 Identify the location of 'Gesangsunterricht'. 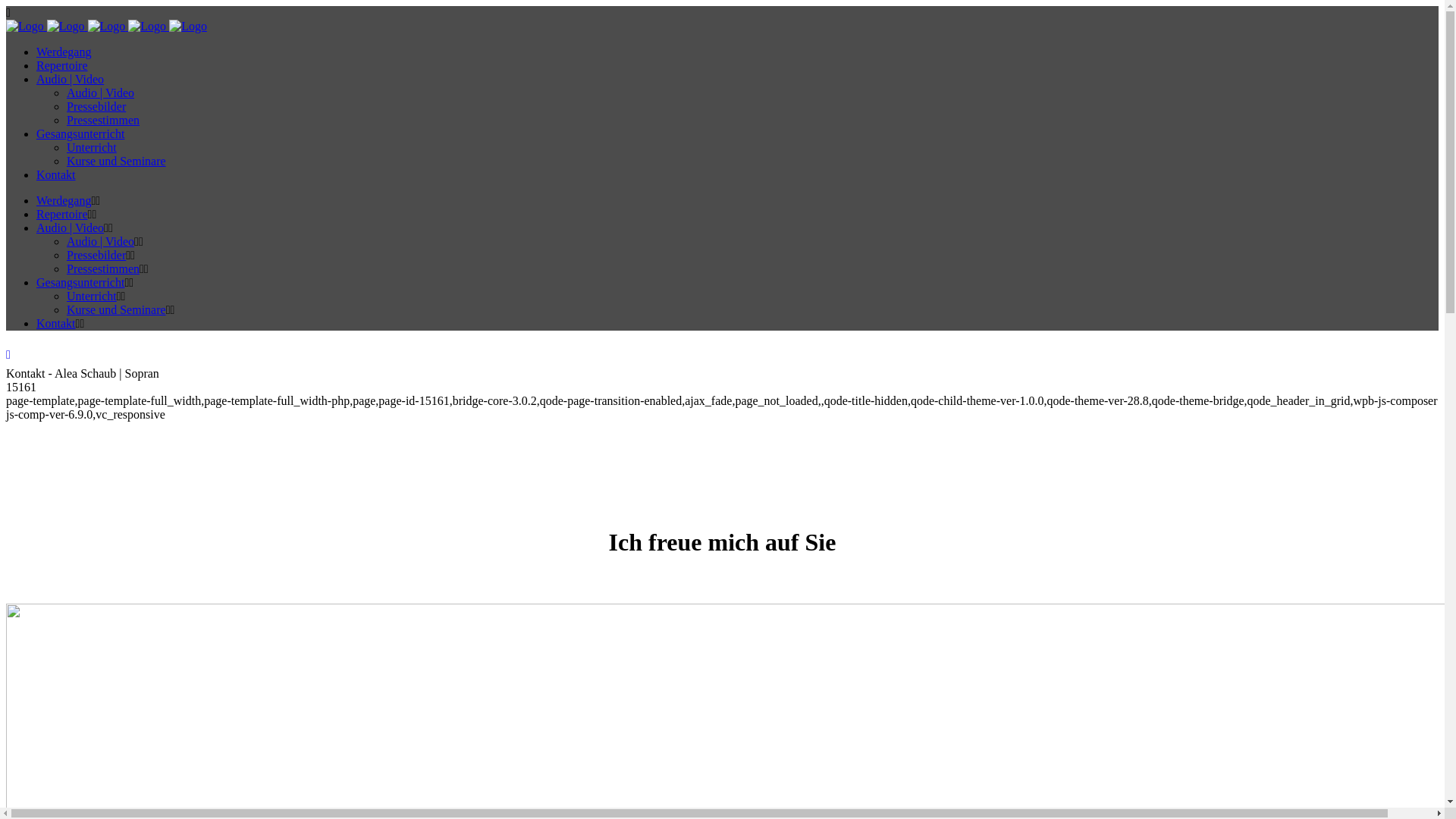
(79, 282).